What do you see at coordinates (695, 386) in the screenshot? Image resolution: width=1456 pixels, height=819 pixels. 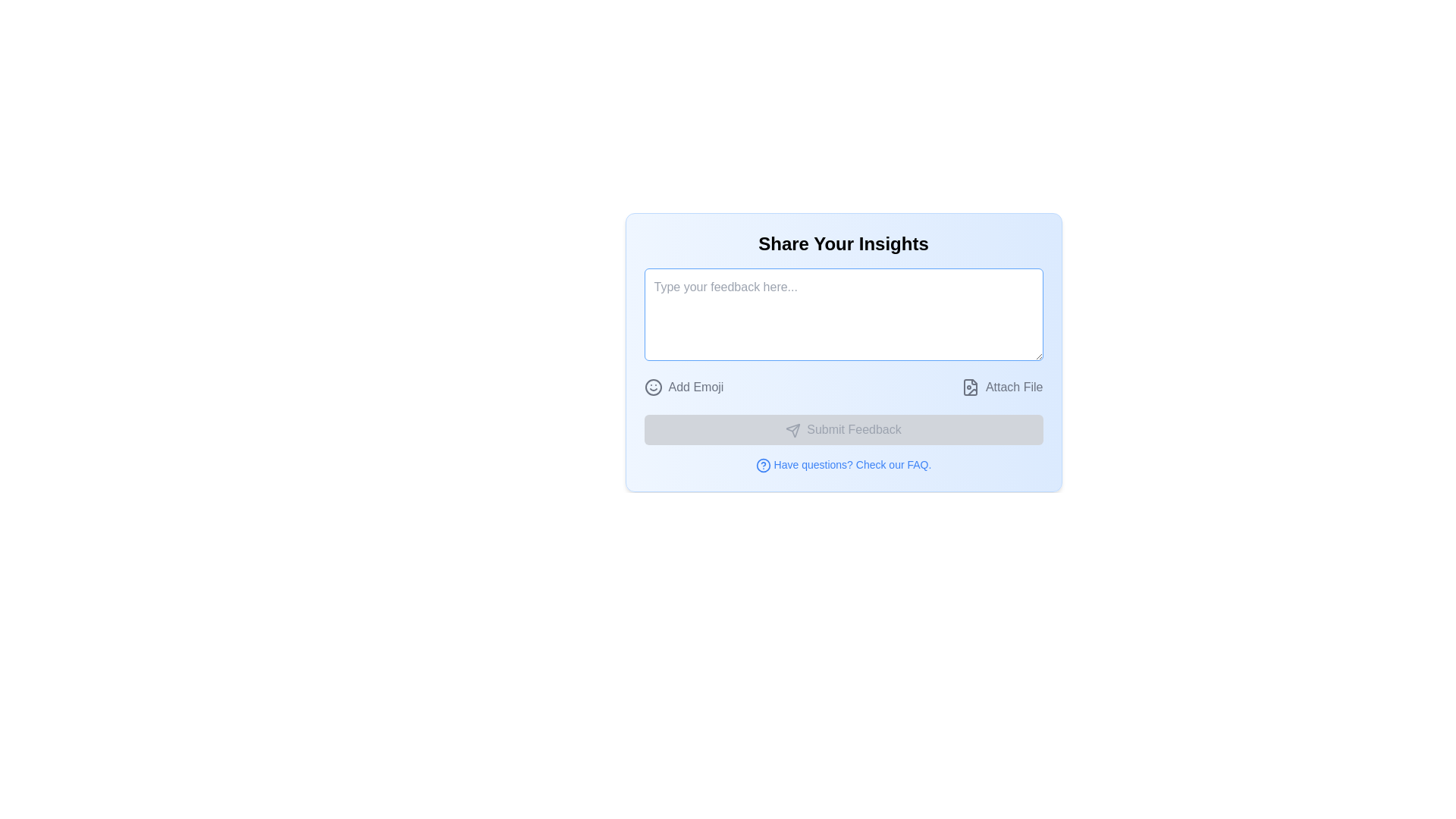 I see `the Text Label that indicates the function of the adjacent emoji icon, located to the right of the emoji icon and to the left of the 'Attach File' option` at bounding box center [695, 386].